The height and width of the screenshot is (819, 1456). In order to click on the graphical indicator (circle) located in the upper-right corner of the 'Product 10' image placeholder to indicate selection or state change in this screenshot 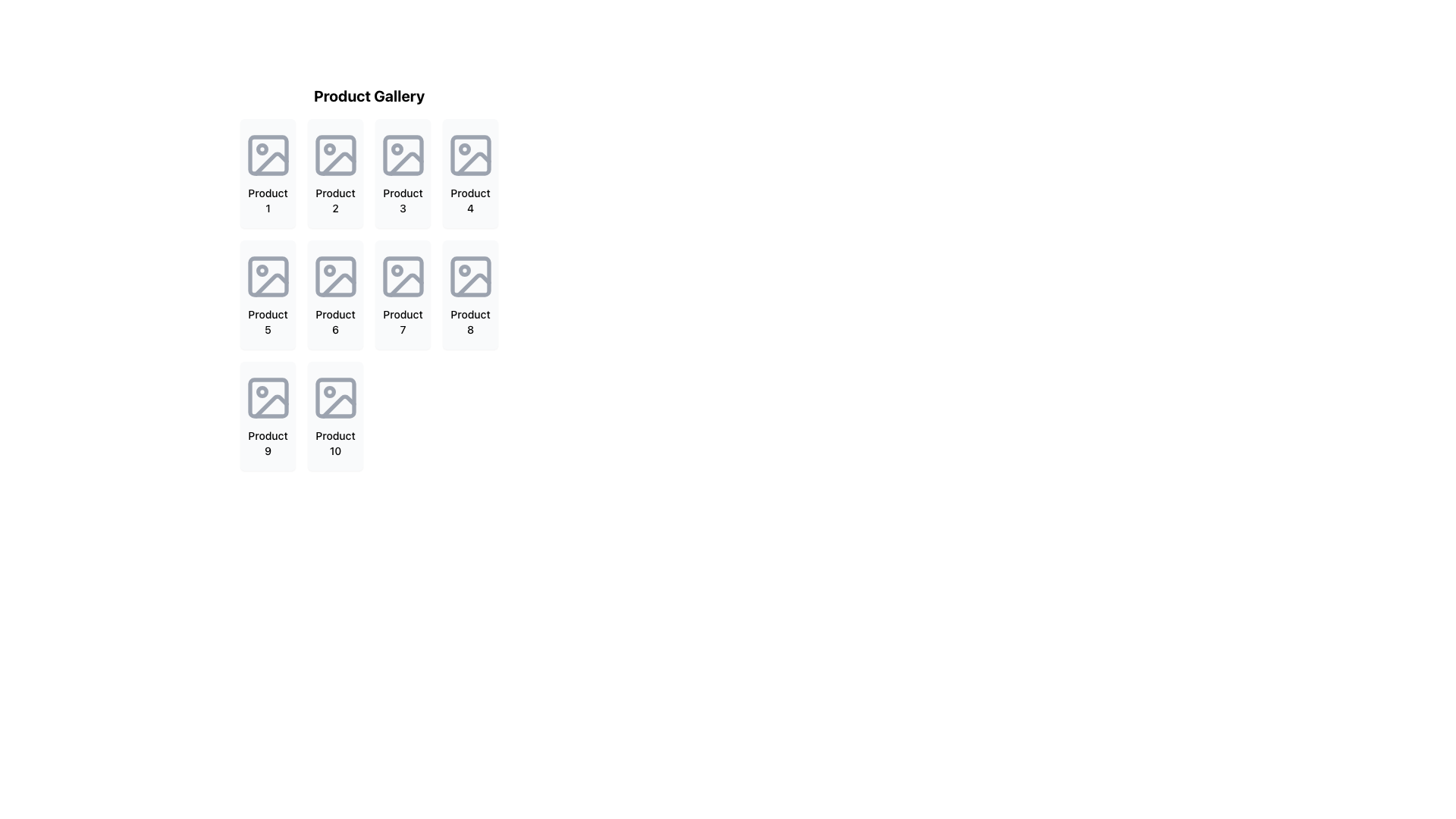, I will do `click(328, 391)`.